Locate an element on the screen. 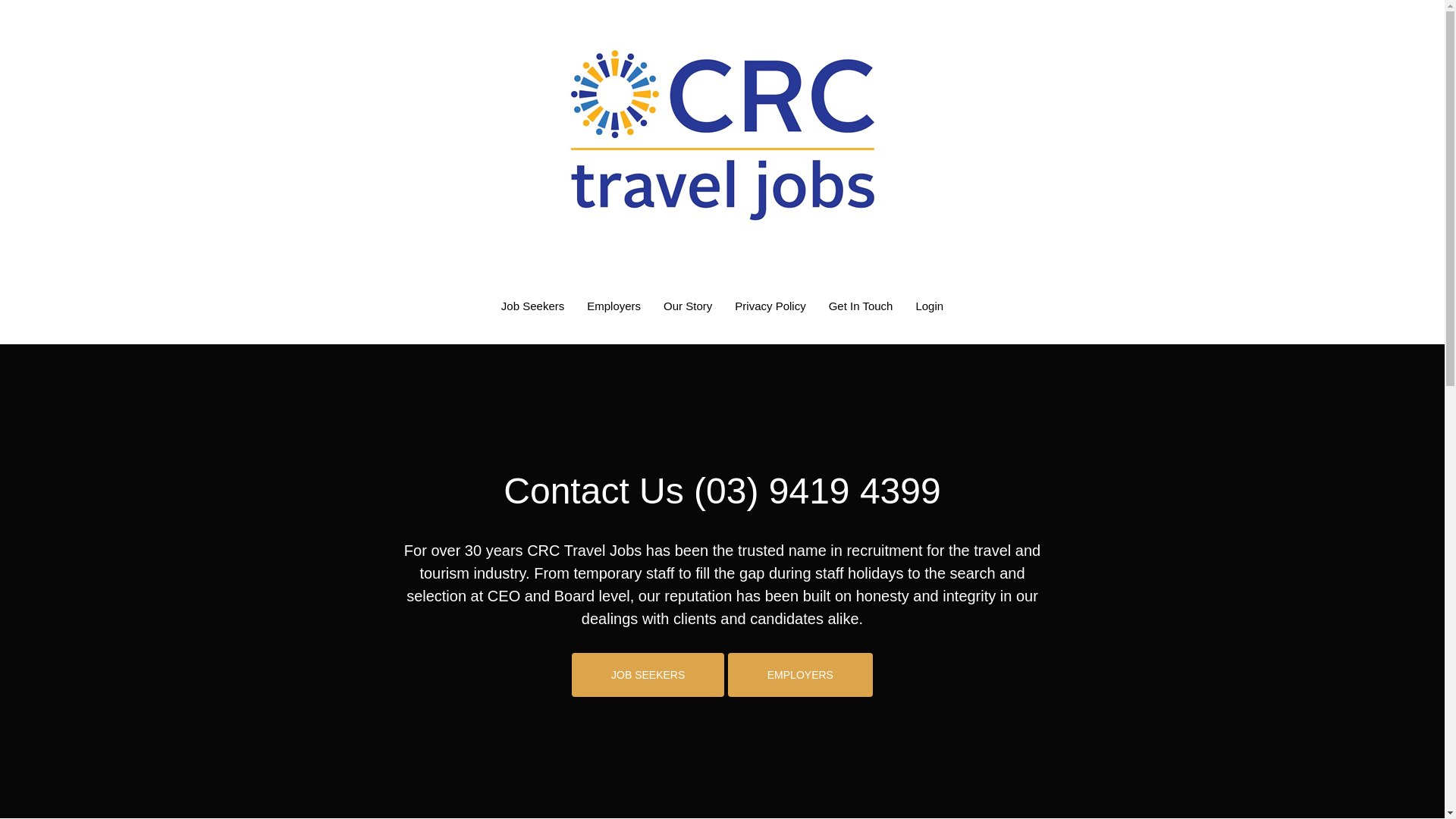 The height and width of the screenshot is (819, 1456). 'Get In Touch' is located at coordinates (861, 306).